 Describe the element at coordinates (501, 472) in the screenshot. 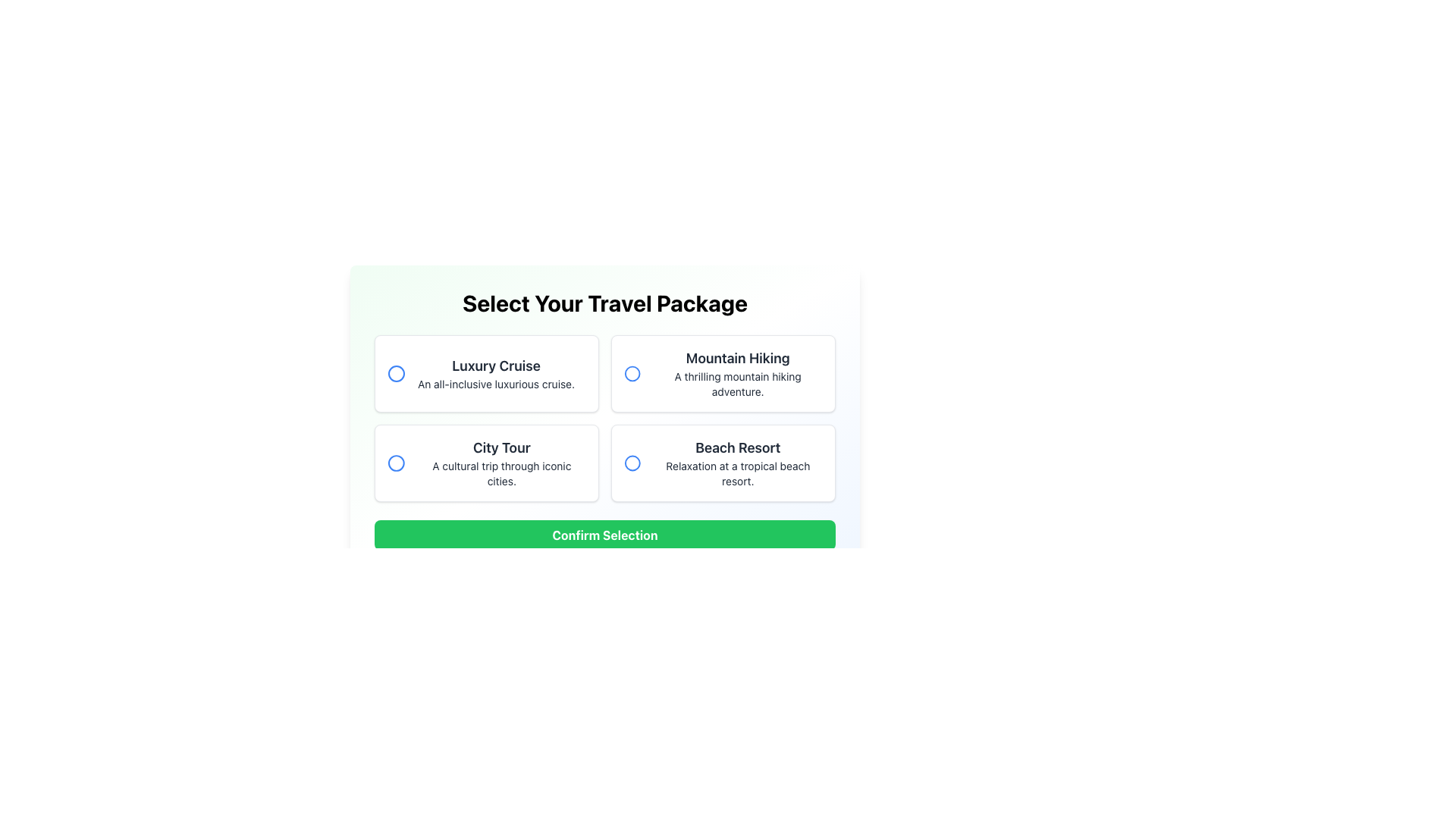

I see `the text label containing the phrase 'A cultural trip through iconic cities.'` at that location.